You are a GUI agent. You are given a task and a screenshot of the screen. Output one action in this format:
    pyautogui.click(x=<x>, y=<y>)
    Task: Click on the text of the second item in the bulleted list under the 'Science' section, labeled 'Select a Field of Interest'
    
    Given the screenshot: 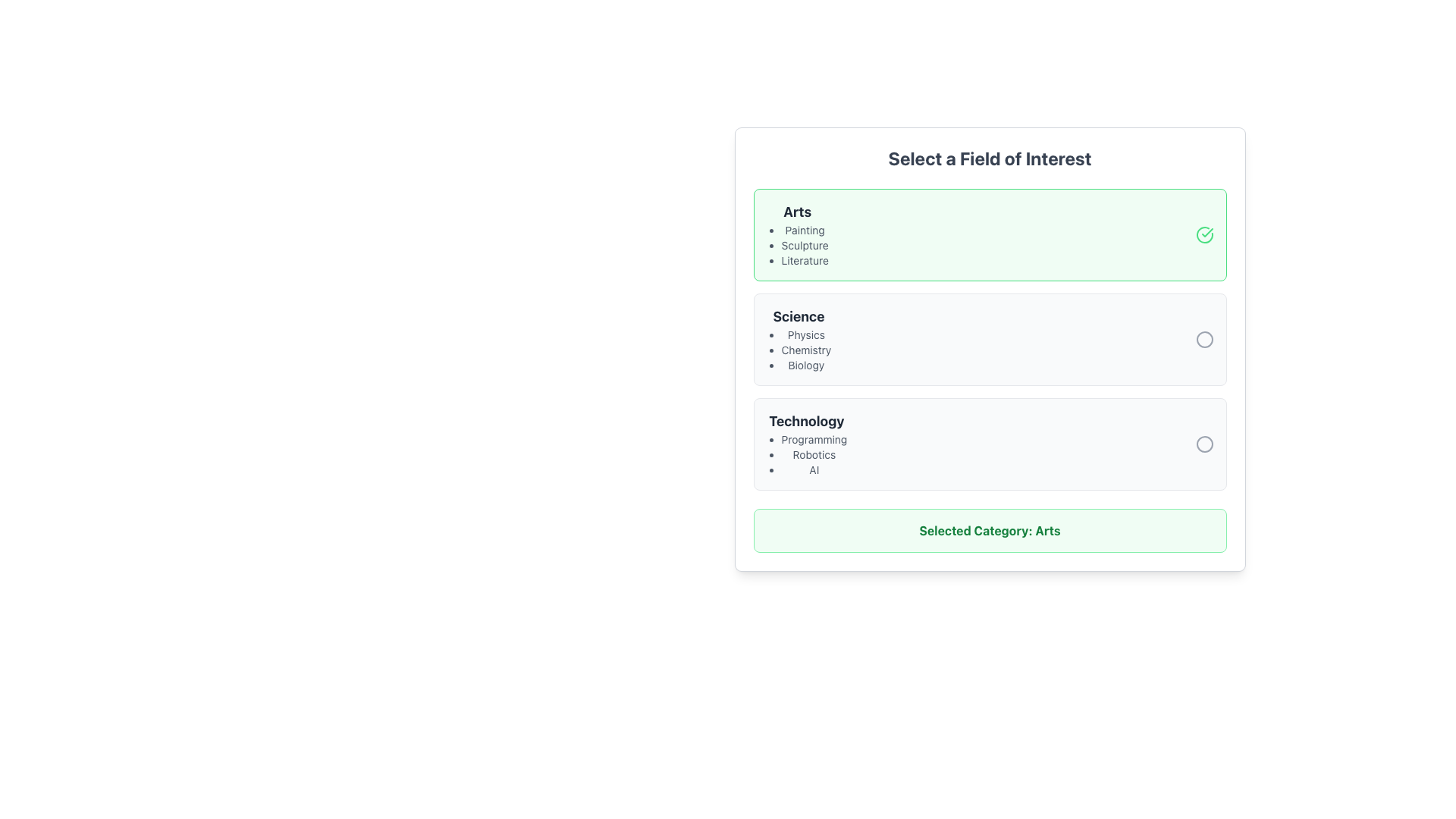 What is the action you would take?
    pyautogui.click(x=805, y=350)
    